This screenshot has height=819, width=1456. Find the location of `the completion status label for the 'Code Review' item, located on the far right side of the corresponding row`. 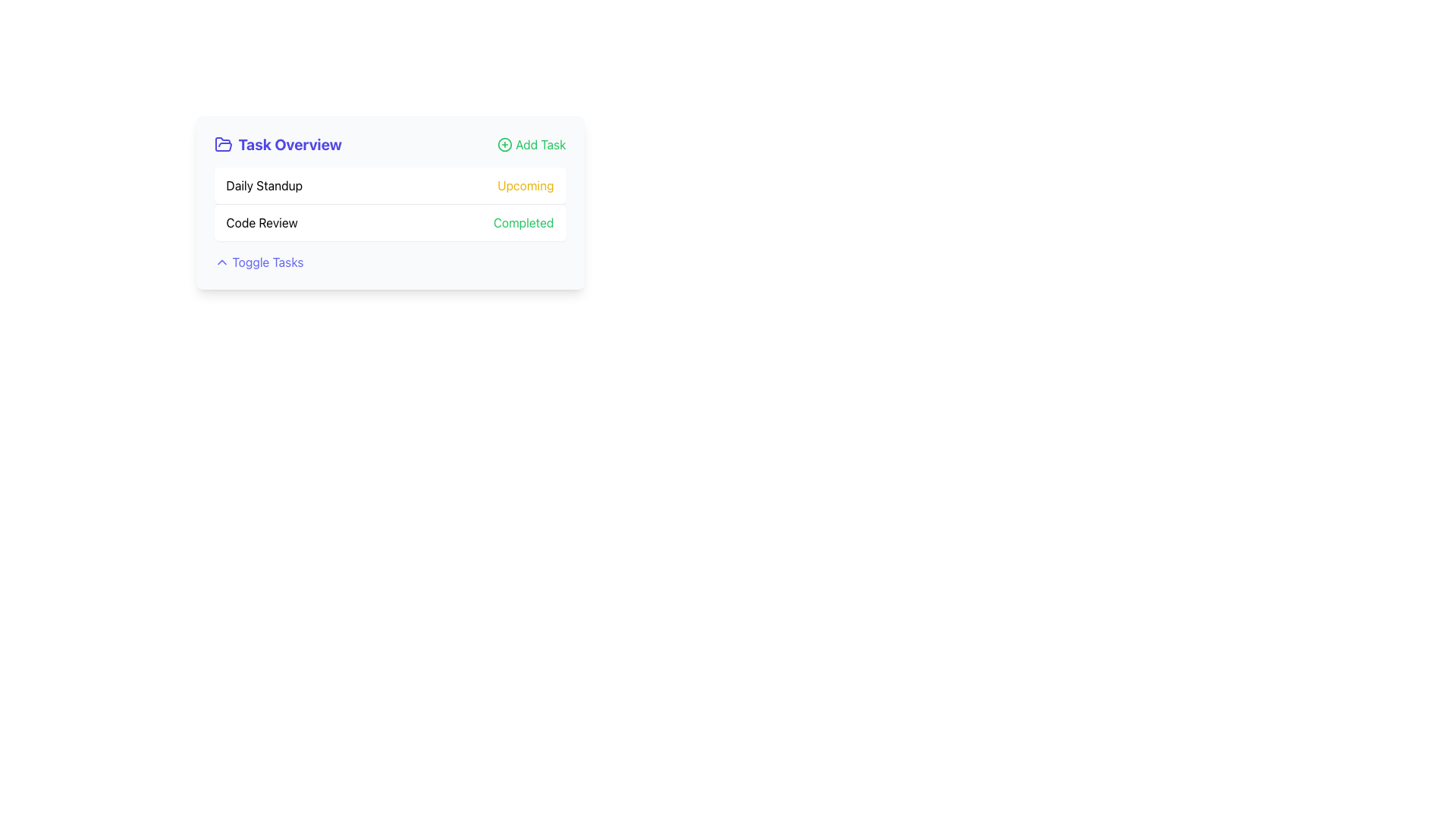

the completion status label for the 'Code Review' item, located on the far right side of the corresponding row is located at coordinates (523, 222).